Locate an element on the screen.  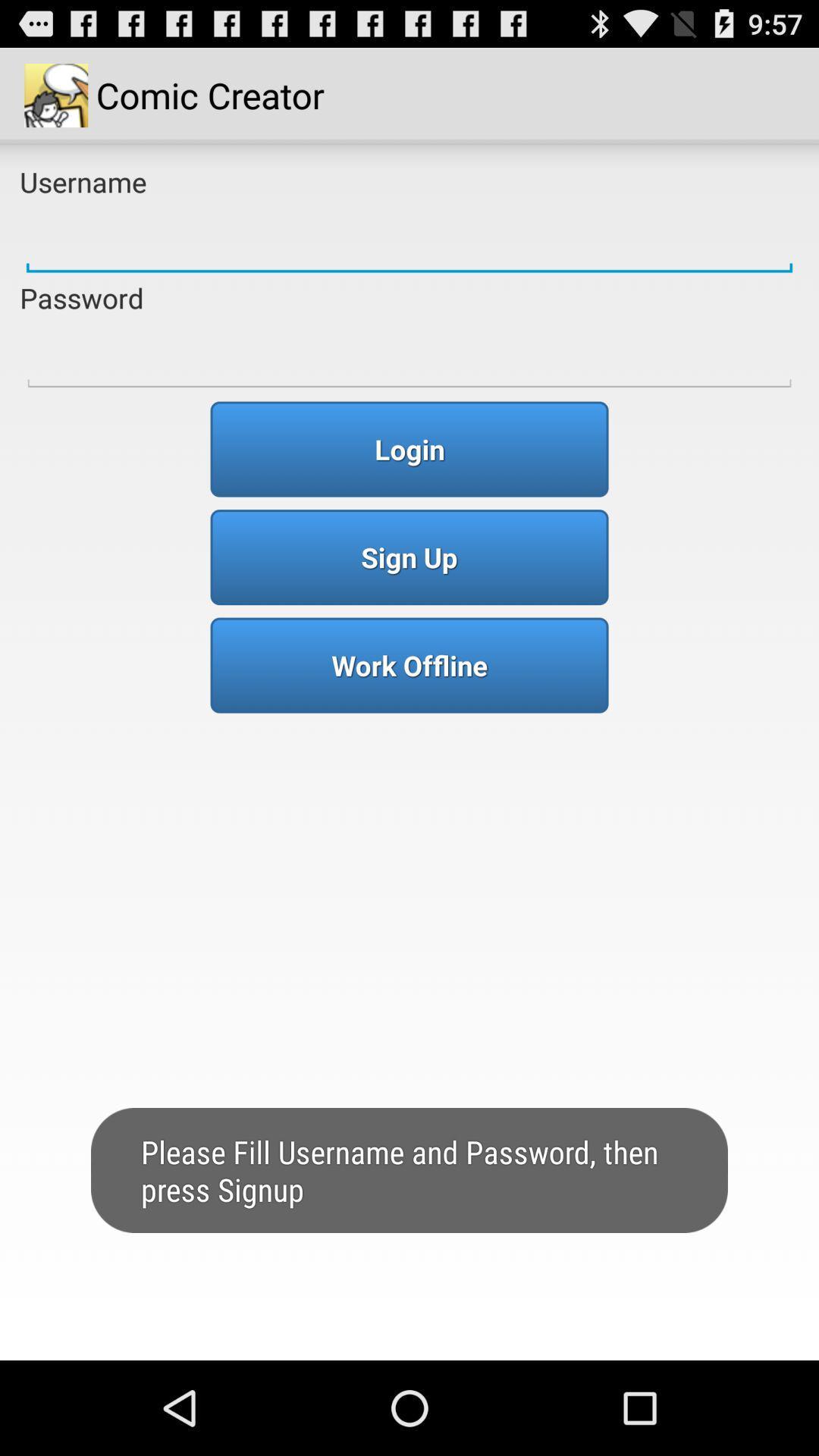
your password here is located at coordinates (409, 355).